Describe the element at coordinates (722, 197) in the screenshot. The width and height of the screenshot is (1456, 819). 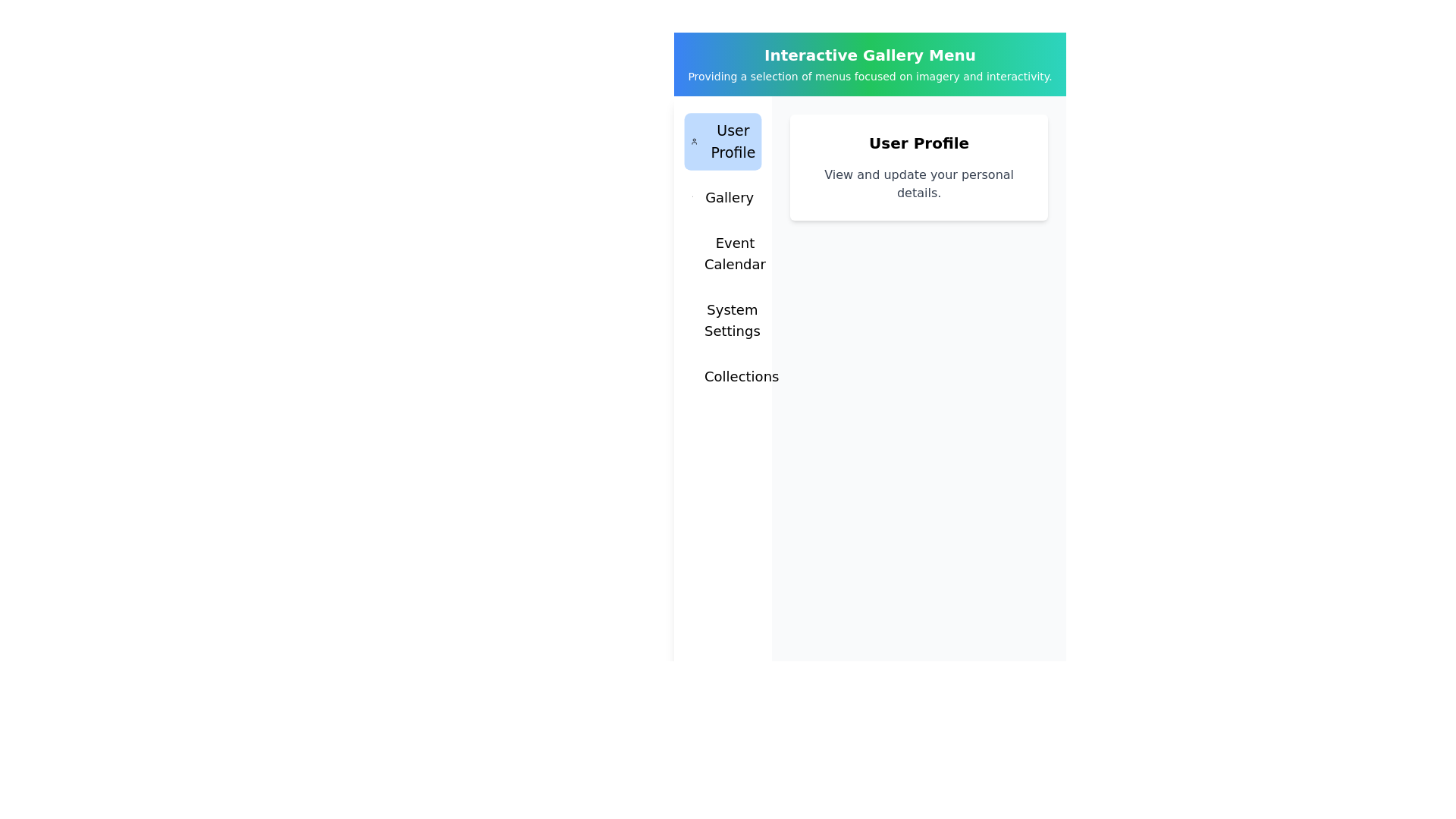
I see `the menu tab Gallery by clicking on it` at that location.